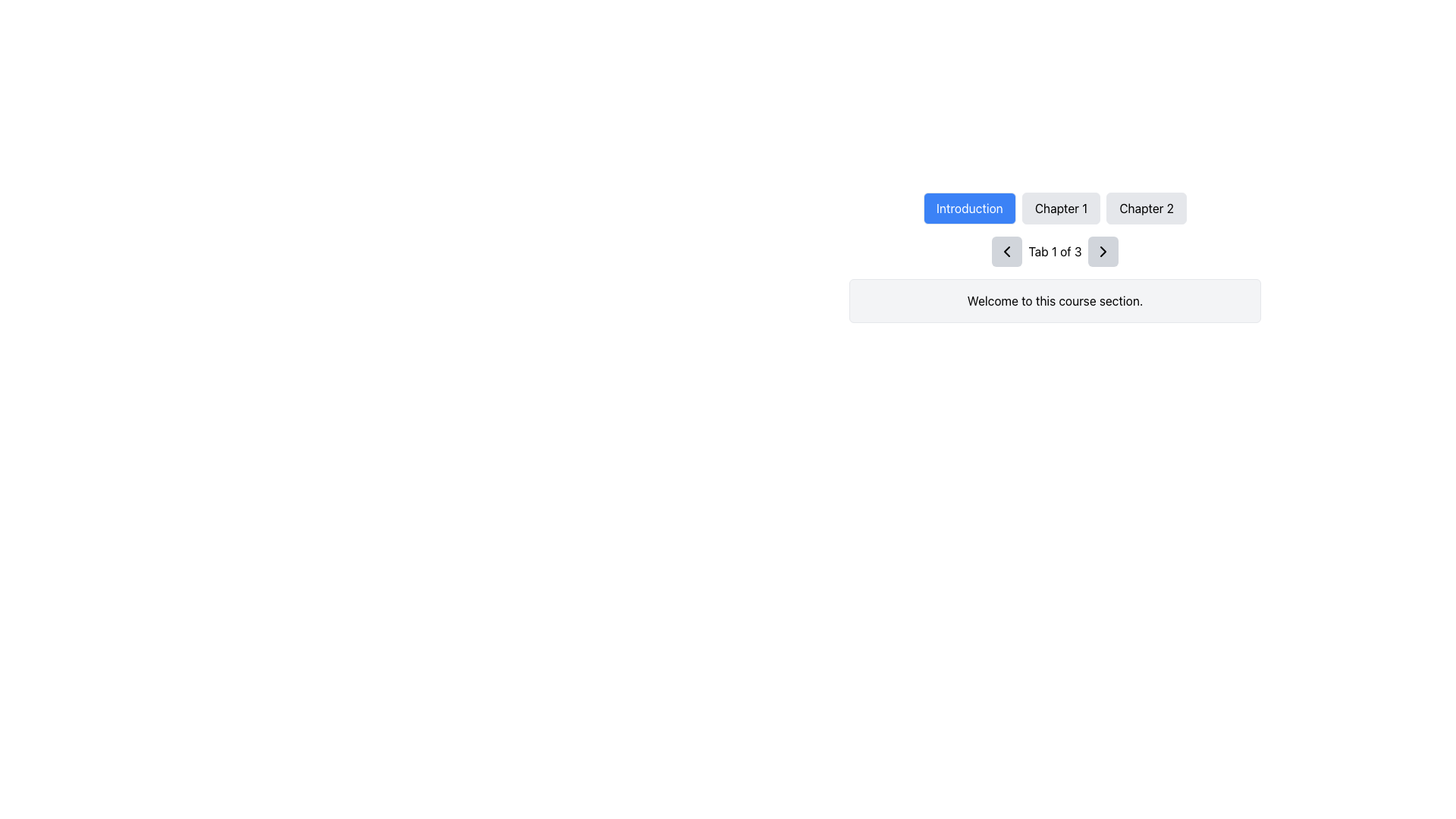 The width and height of the screenshot is (1456, 819). What do you see at coordinates (968, 208) in the screenshot?
I see `the 'Introduction' button located in the top-right section of the interface` at bounding box center [968, 208].